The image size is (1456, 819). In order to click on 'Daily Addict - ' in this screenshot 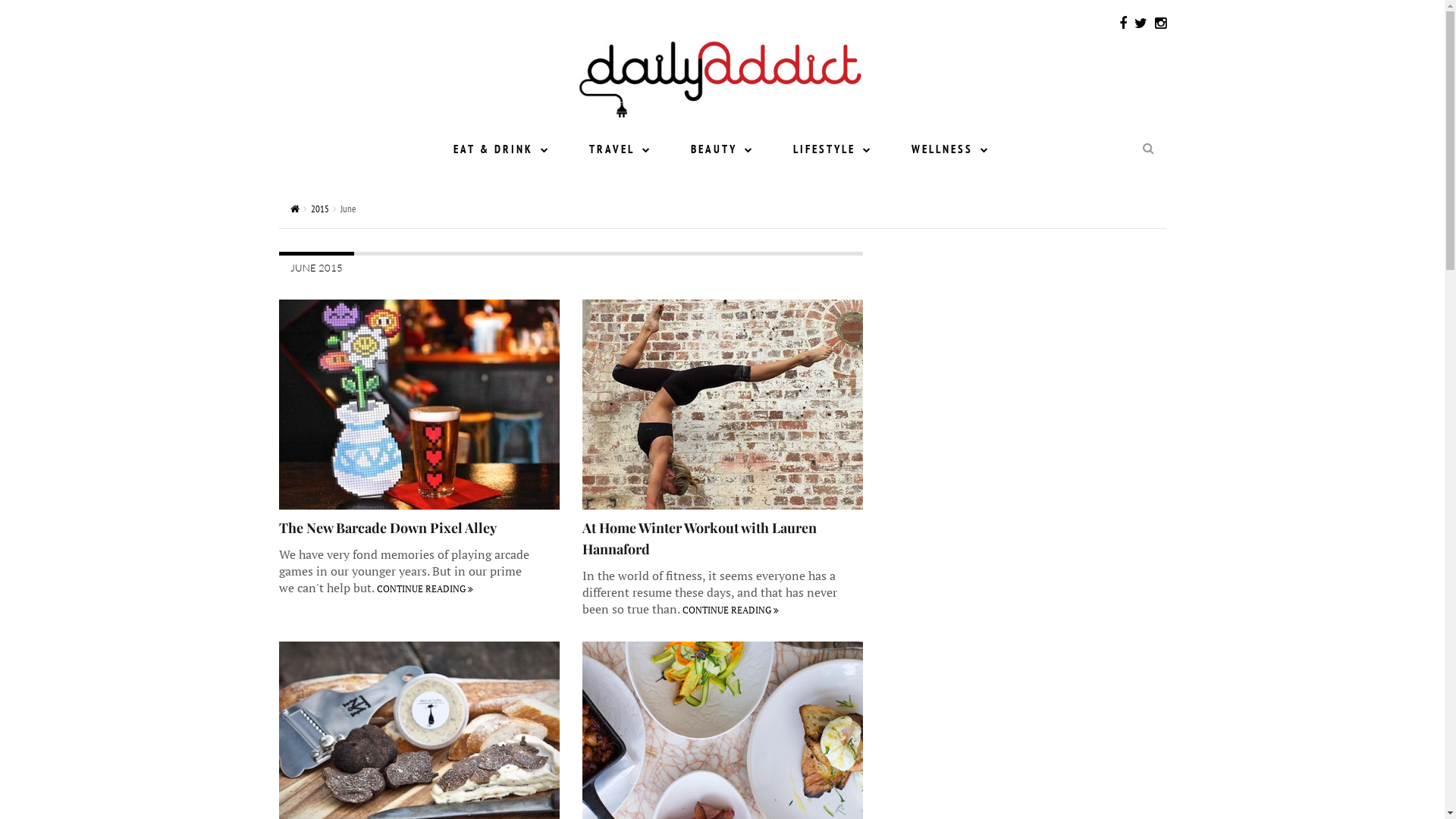, I will do `click(719, 74)`.